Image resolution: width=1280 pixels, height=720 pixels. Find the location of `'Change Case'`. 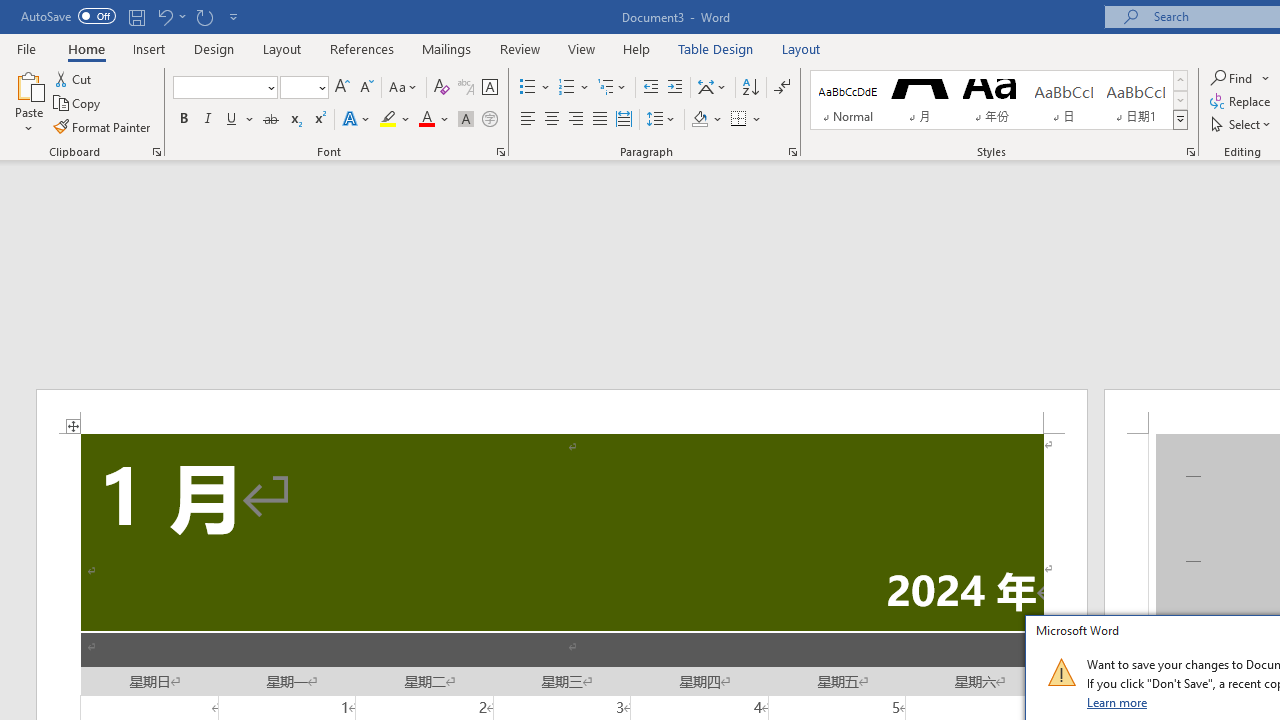

'Change Case' is located at coordinates (403, 86).